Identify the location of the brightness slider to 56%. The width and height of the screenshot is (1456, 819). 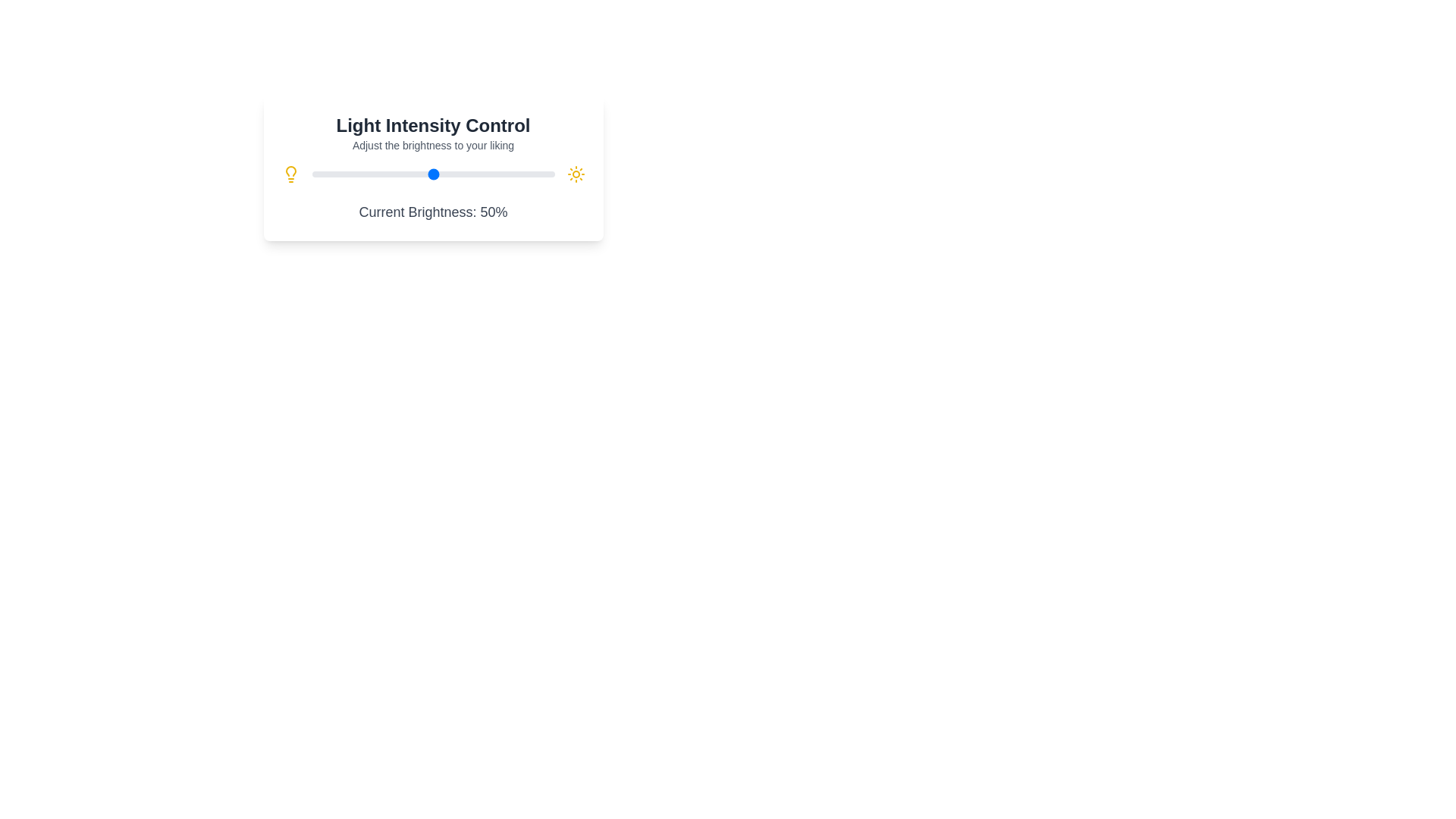
(447, 174).